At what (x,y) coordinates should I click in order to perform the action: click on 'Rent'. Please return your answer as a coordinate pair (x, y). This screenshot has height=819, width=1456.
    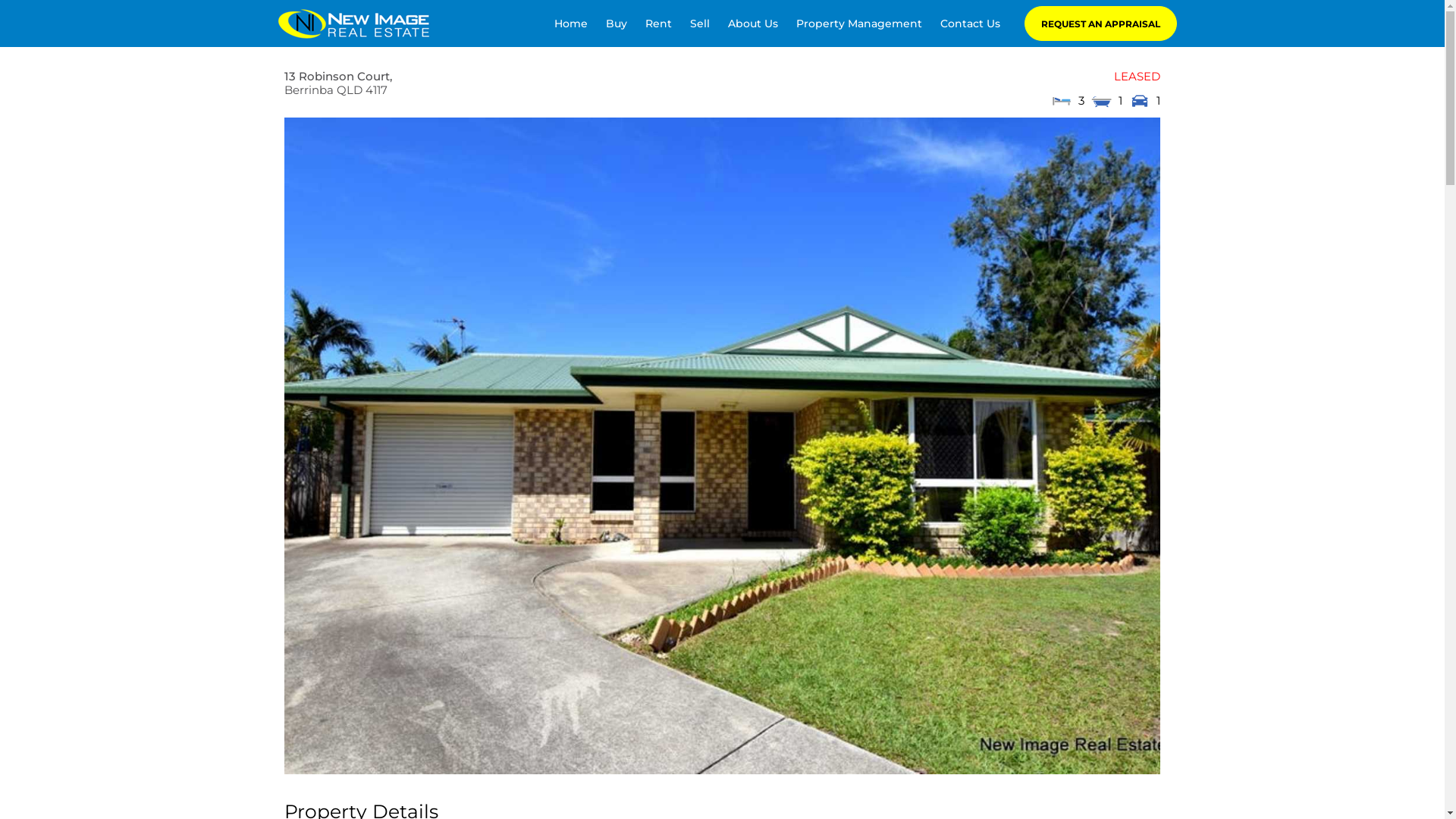
    Looking at the image, I should click on (658, 23).